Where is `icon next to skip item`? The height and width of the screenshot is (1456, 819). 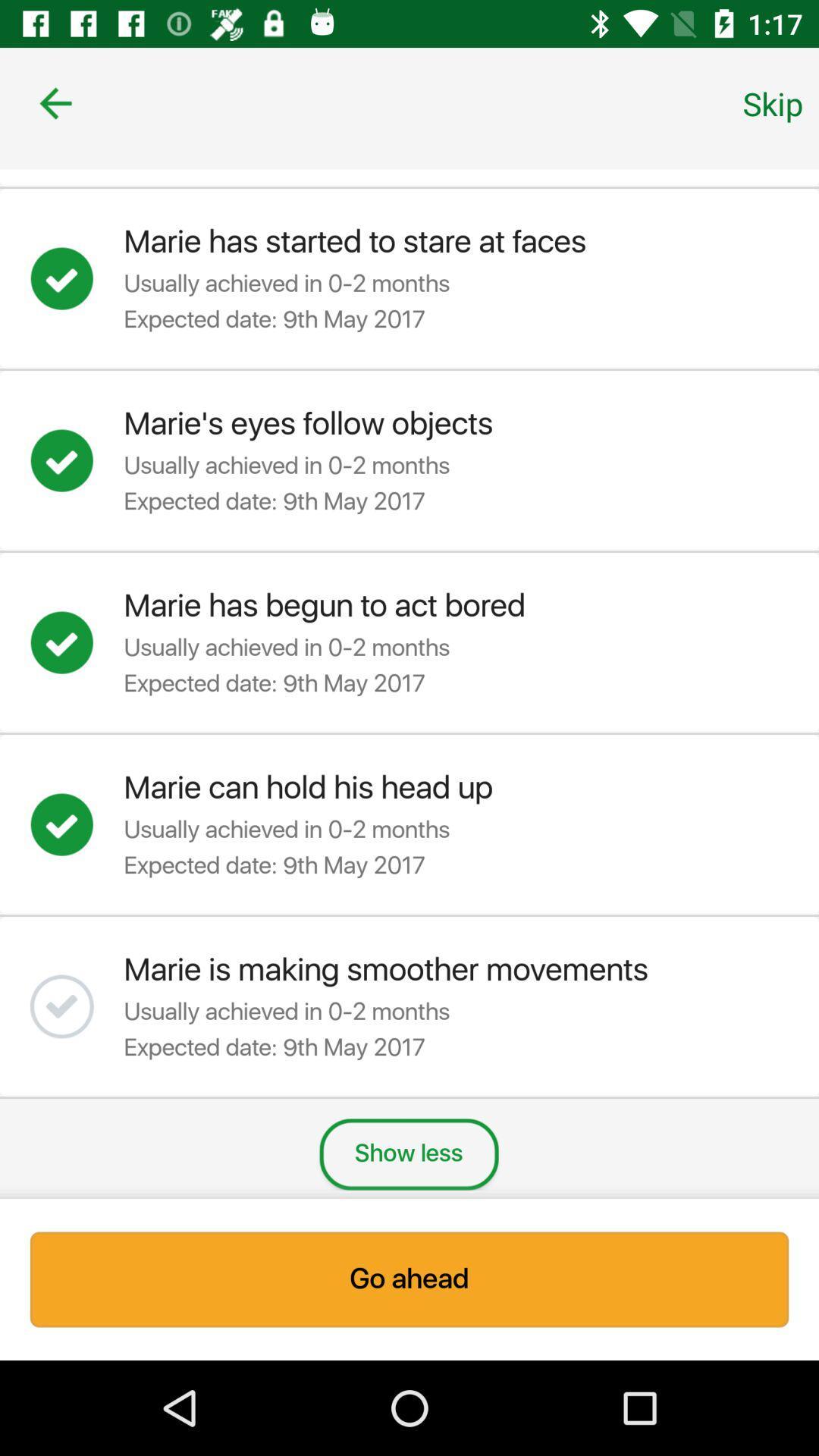 icon next to skip item is located at coordinates (55, 102).